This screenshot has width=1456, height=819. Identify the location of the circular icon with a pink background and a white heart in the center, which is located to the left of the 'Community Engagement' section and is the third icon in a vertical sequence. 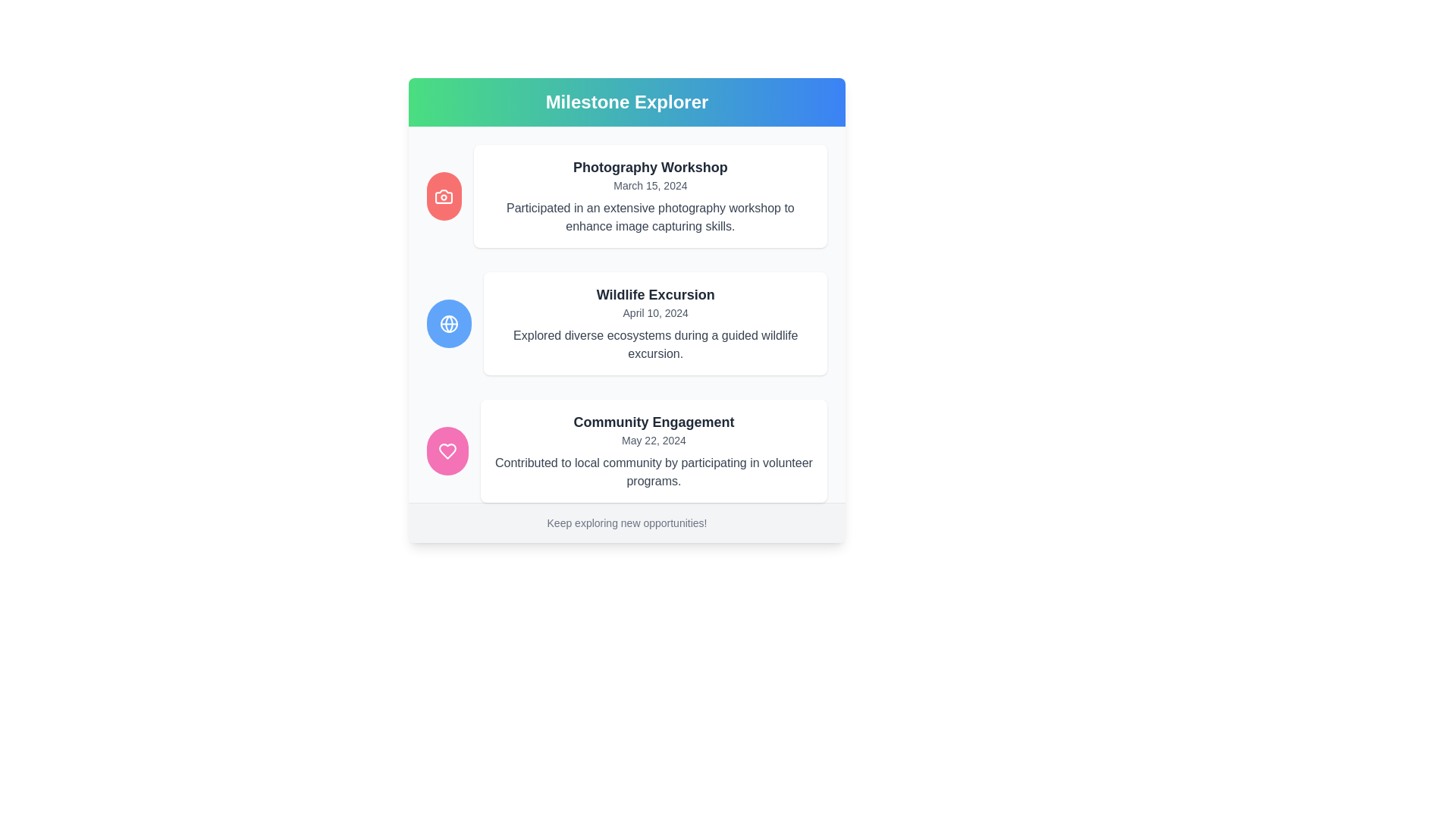
(447, 450).